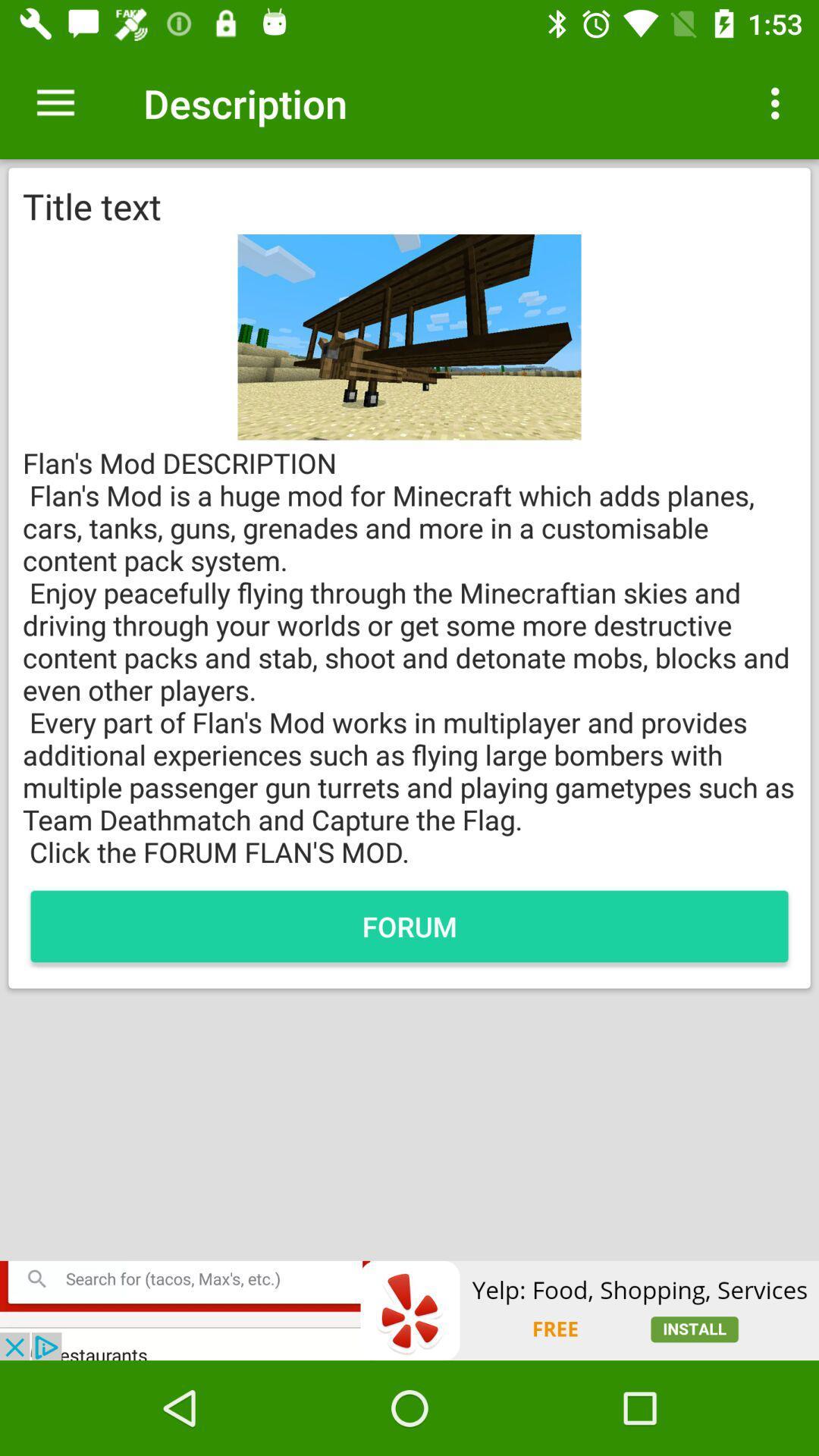 The height and width of the screenshot is (1456, 819). I want to click on open advertisement, so click(409, 1310).